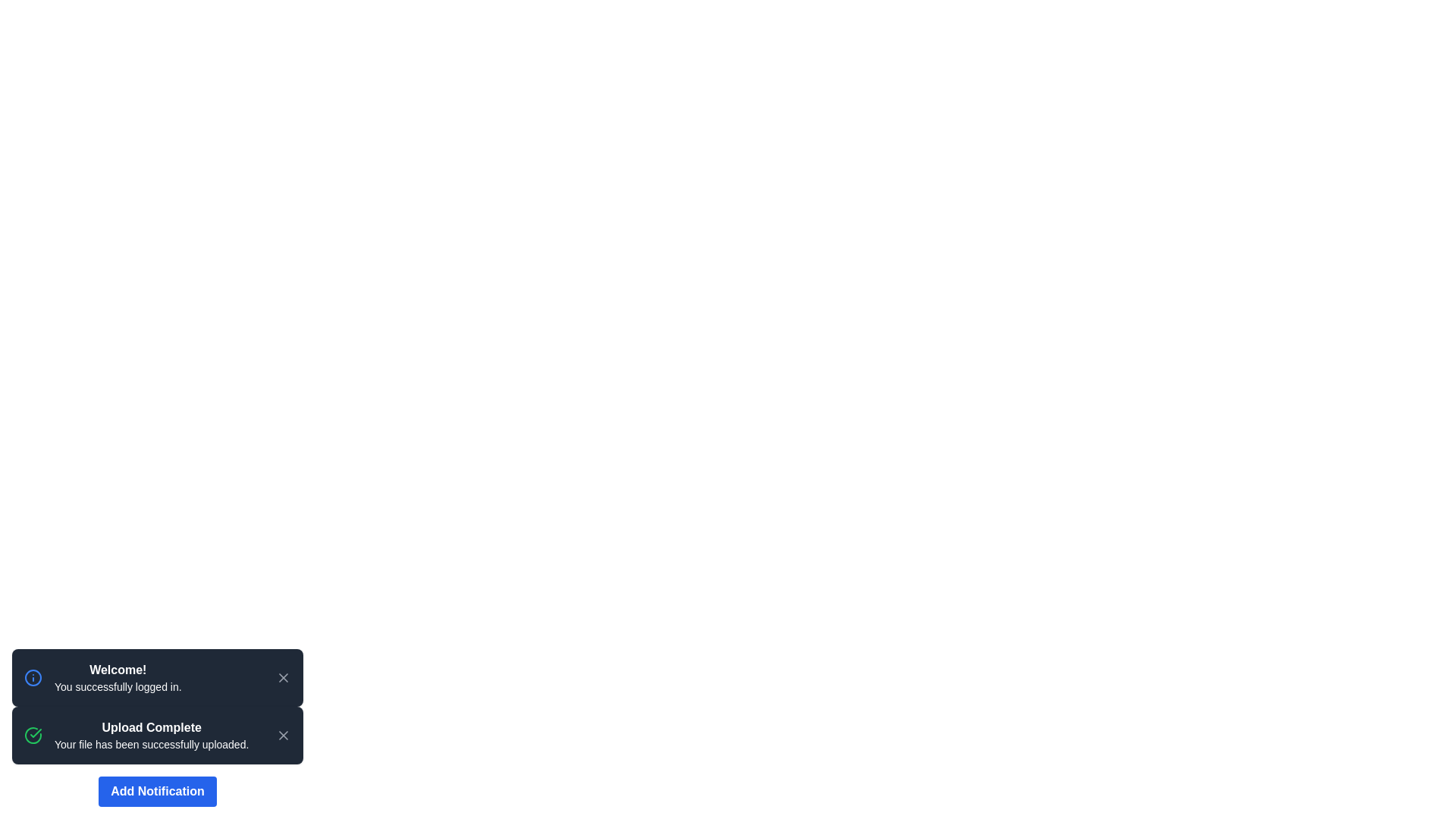 The image size is (1456, 819). Describe the element at coordinates (284, 734) in the screenshot. I see `the dismiss button located at the right end of the 'Upload Complete' notification box` at that location.